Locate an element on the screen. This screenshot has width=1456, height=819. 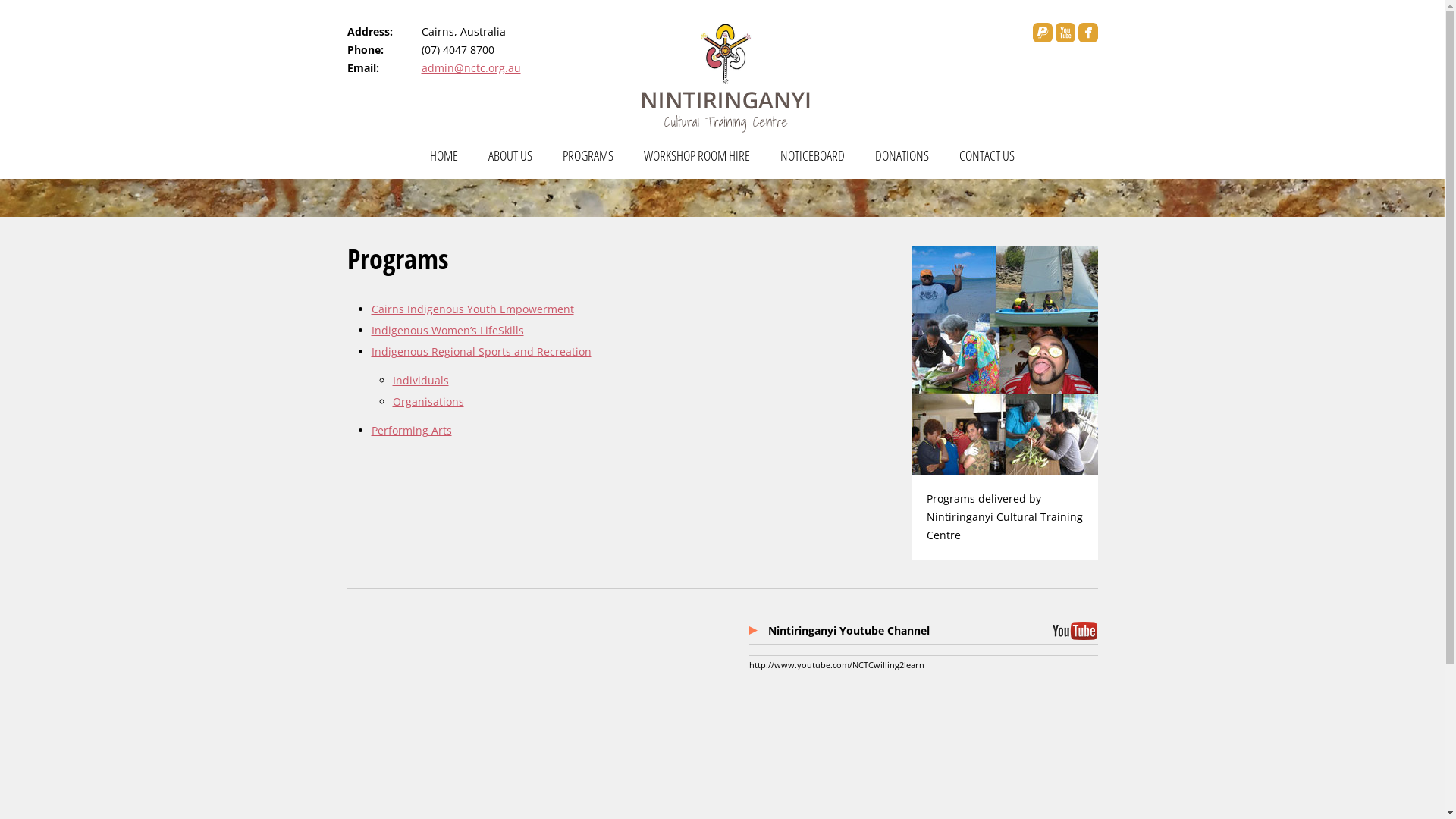
'NOTICEBOARD' is located at coordinates (811, 161).